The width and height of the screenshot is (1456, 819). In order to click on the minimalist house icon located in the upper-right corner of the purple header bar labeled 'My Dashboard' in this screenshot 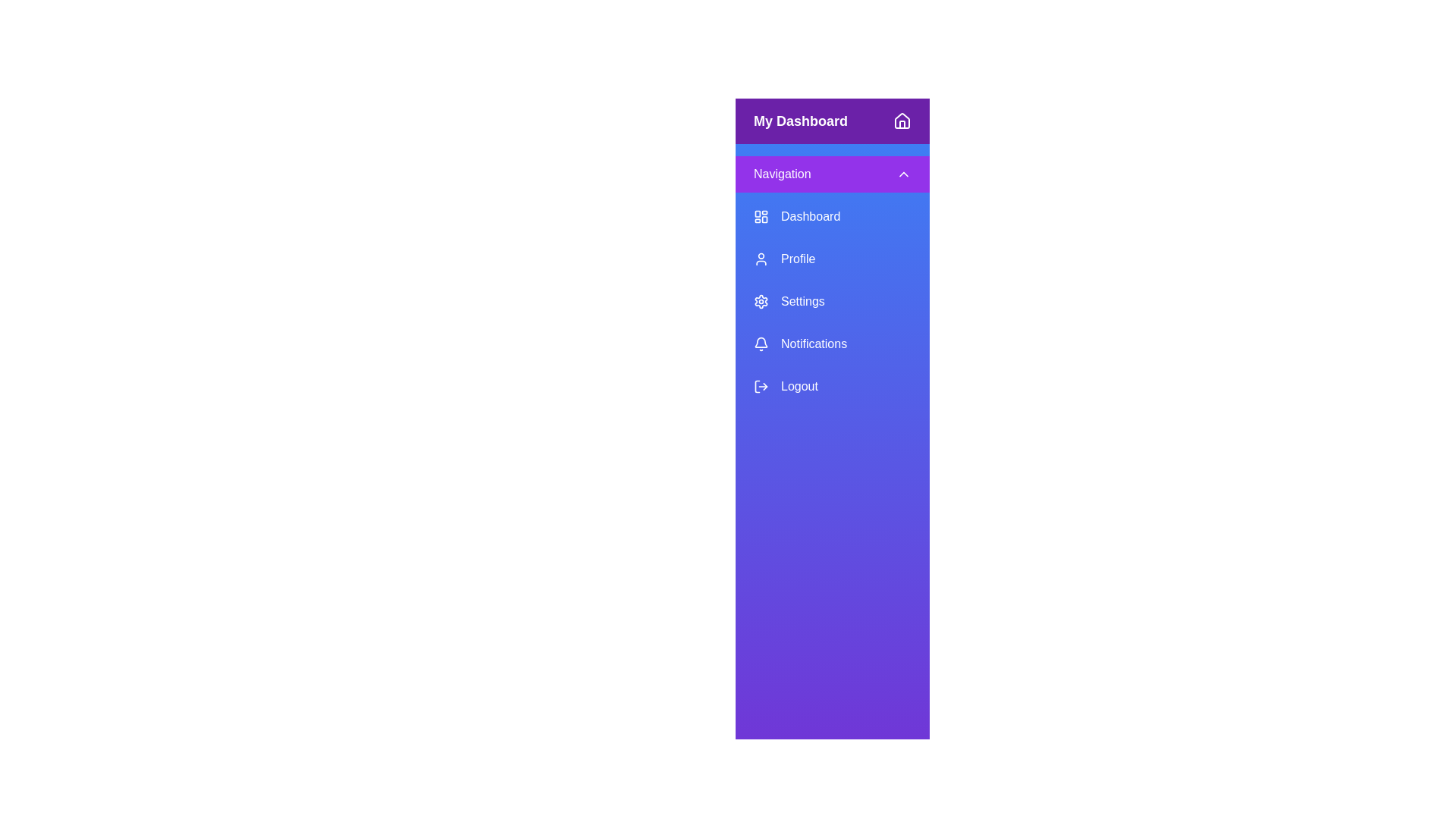, I will do `click(902, 120)`.